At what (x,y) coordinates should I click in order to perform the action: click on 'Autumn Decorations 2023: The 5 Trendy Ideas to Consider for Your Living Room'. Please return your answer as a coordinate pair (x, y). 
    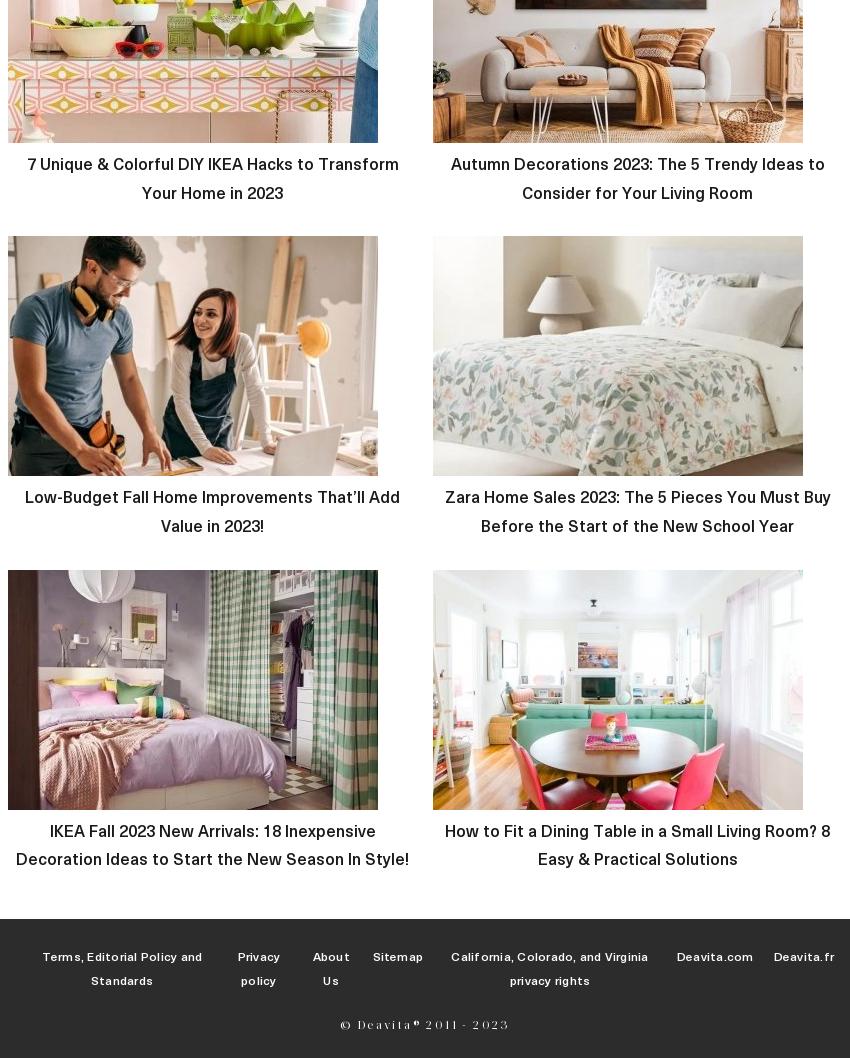
    Looking at the image, I should click on (448, 178).